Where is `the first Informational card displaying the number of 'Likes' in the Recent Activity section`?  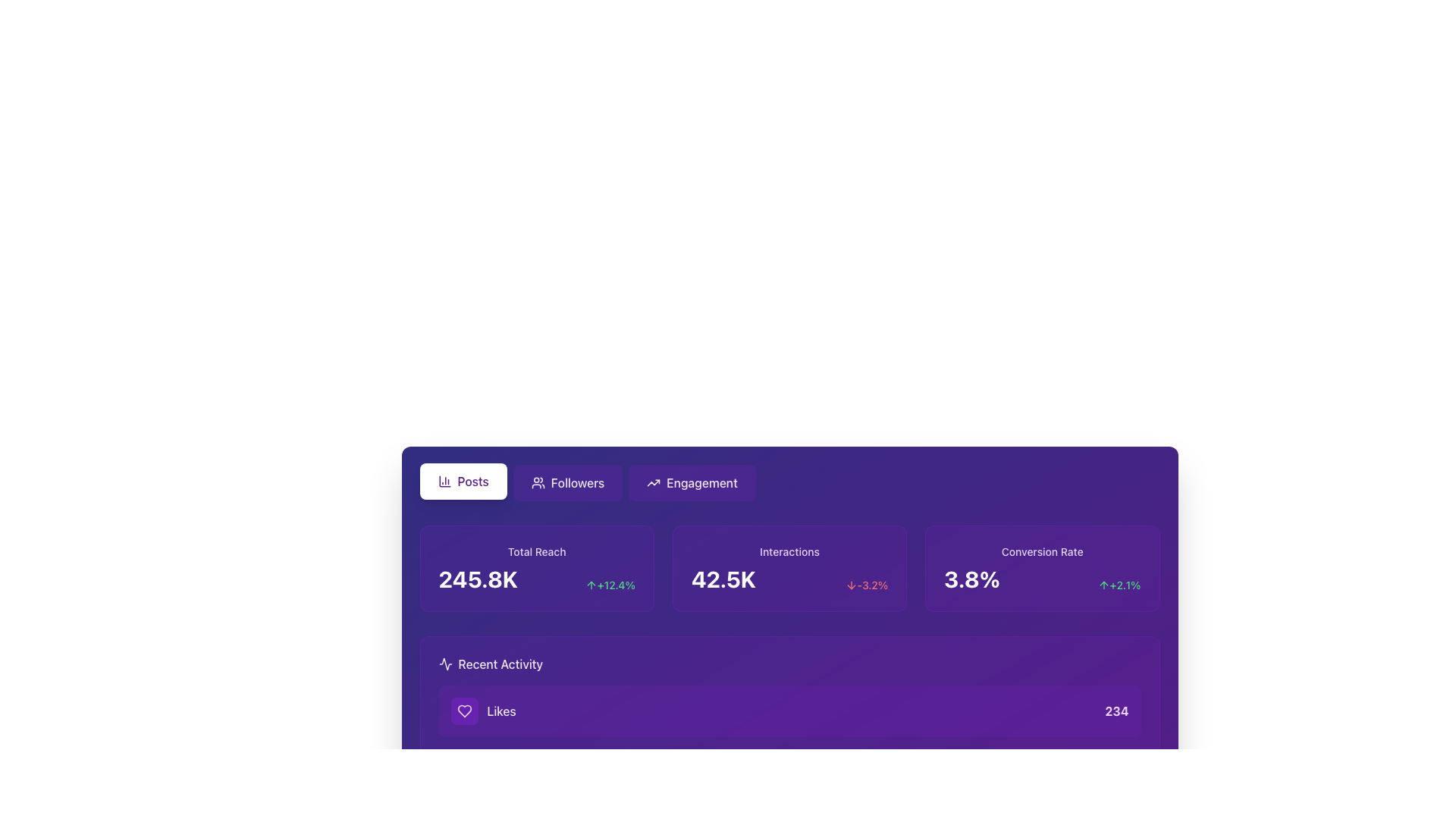
the first Informational card displaying the number of 'Likes' in the Recent Activity section is located at coordinates (789, 711).